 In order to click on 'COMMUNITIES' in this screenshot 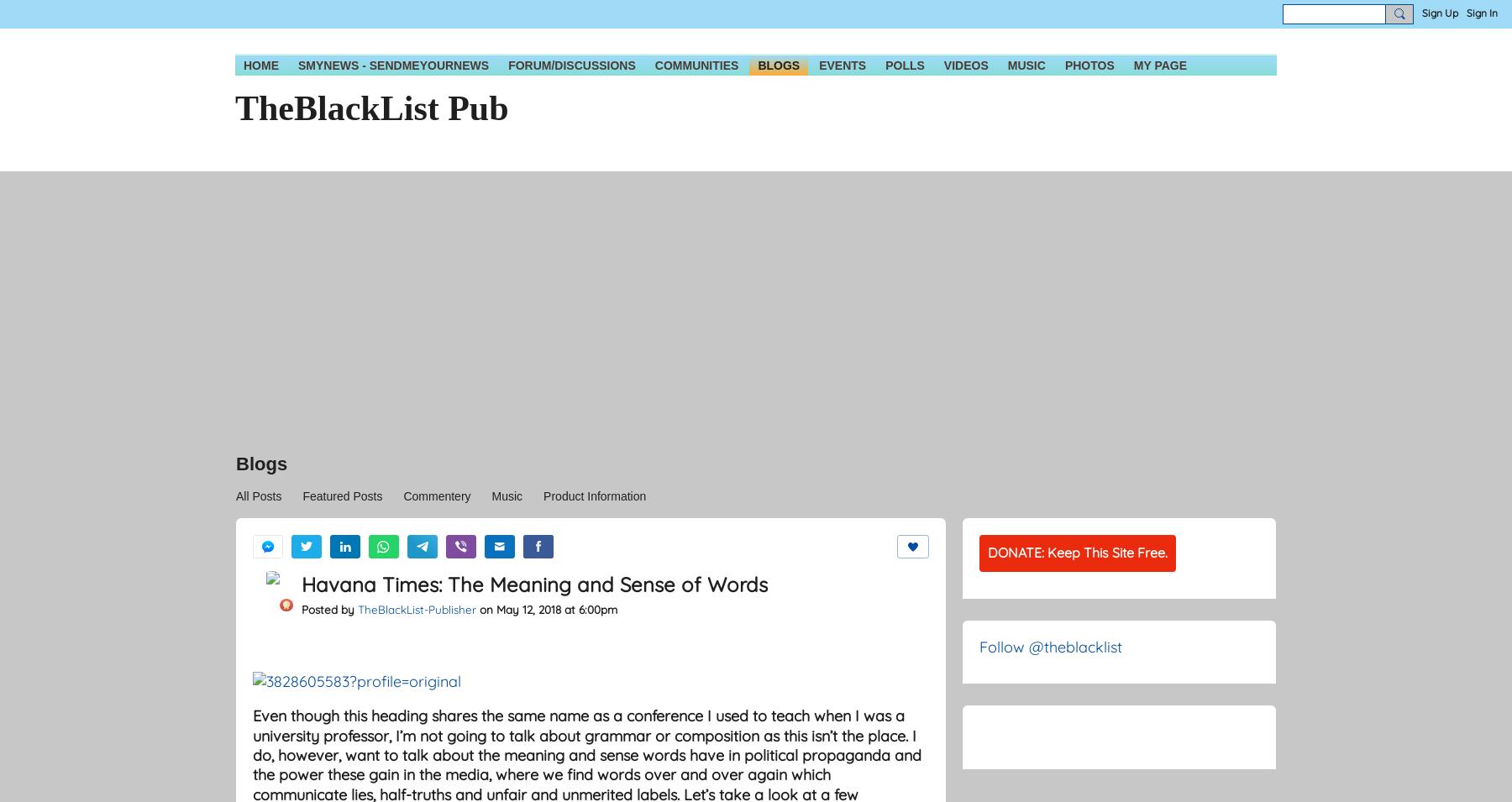, I will do `click(654, 65)`.